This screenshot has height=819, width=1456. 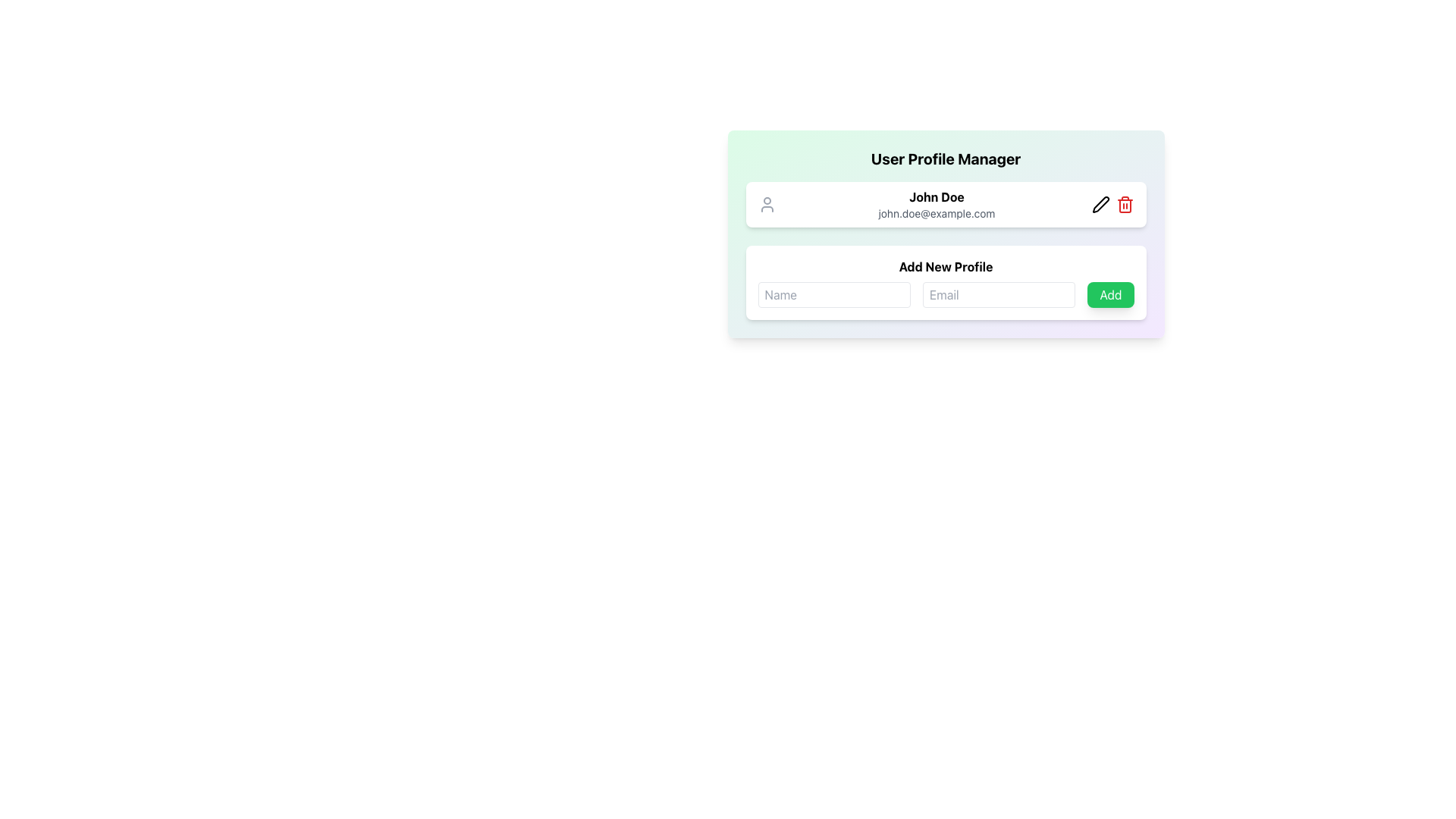 What do you see at coordinates (1125, 206) in the screenshot?
I see `the middle component of the trash bin icon located in the profile management section at the top-right corner of the user profile card` at bounding box center [1125, 206].